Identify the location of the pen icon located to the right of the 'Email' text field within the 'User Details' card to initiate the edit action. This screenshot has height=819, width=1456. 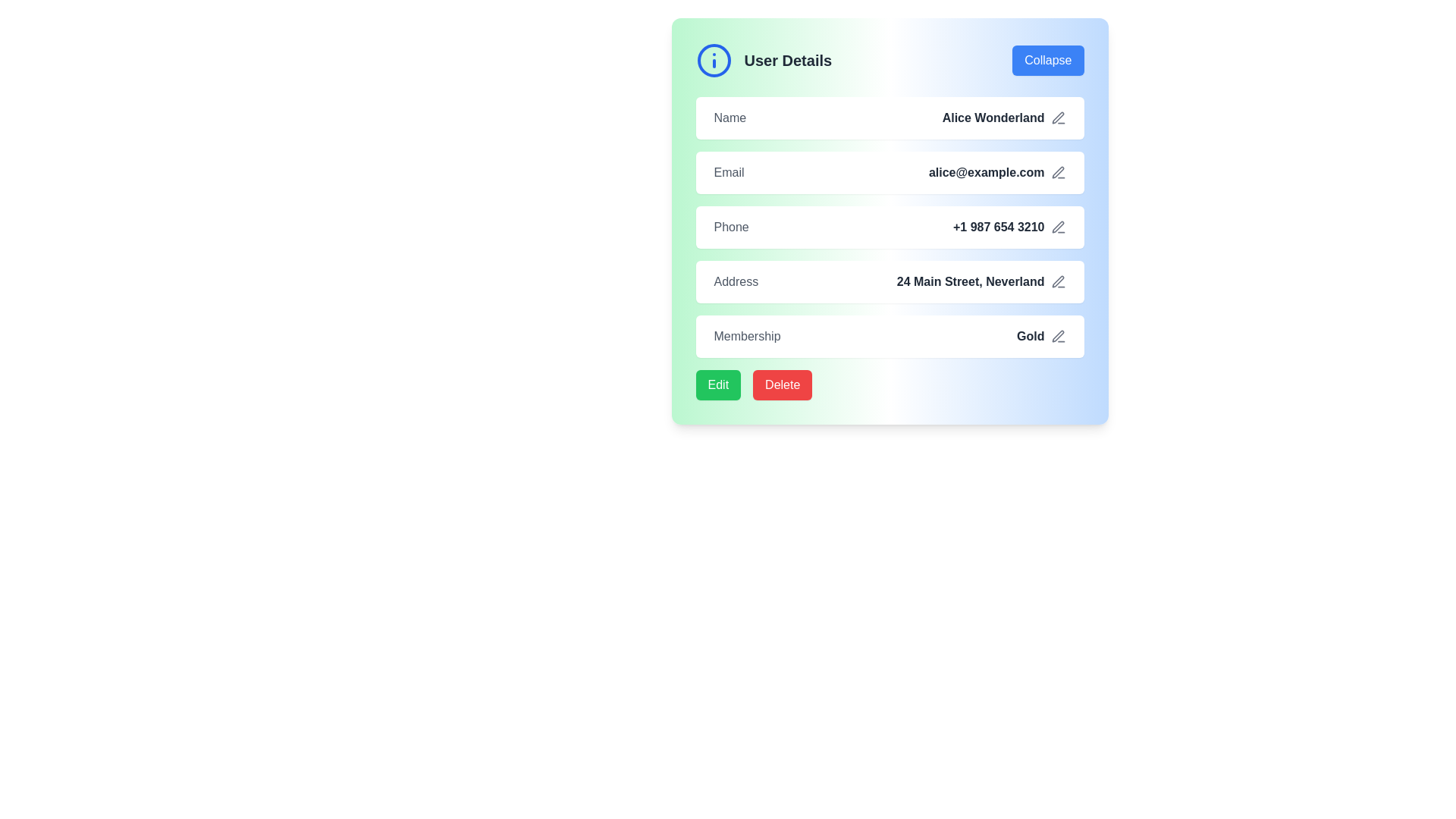
(1057, 171).